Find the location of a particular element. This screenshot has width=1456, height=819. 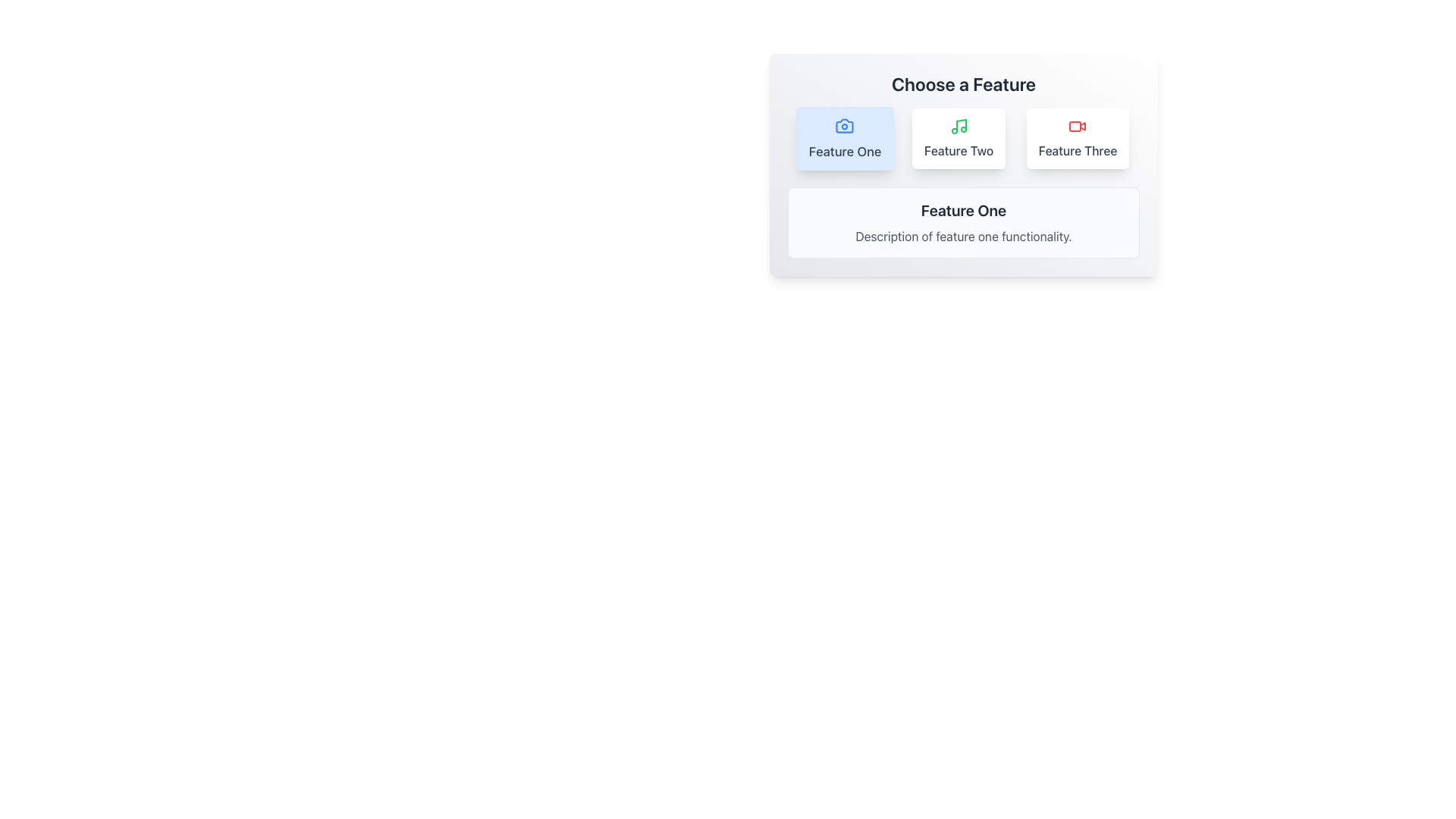

the interactive button for 'Feature Two' to trigger a tooltip or styling change is located at coordinates (958, 138).